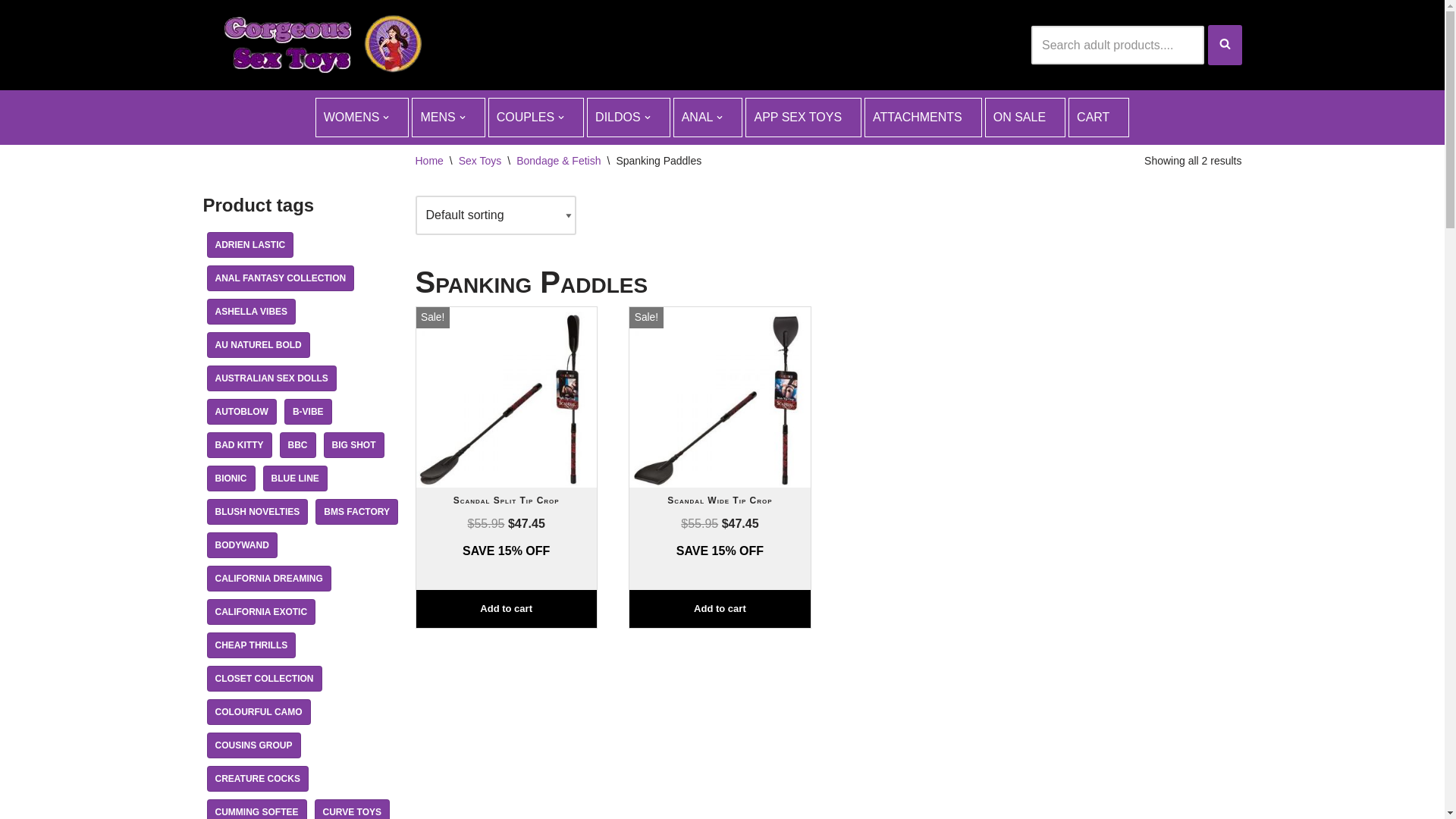  Describe the element at coordinates (206, 711) in the screenshot. I see `'COLOURFUL CAMO'` at that location.